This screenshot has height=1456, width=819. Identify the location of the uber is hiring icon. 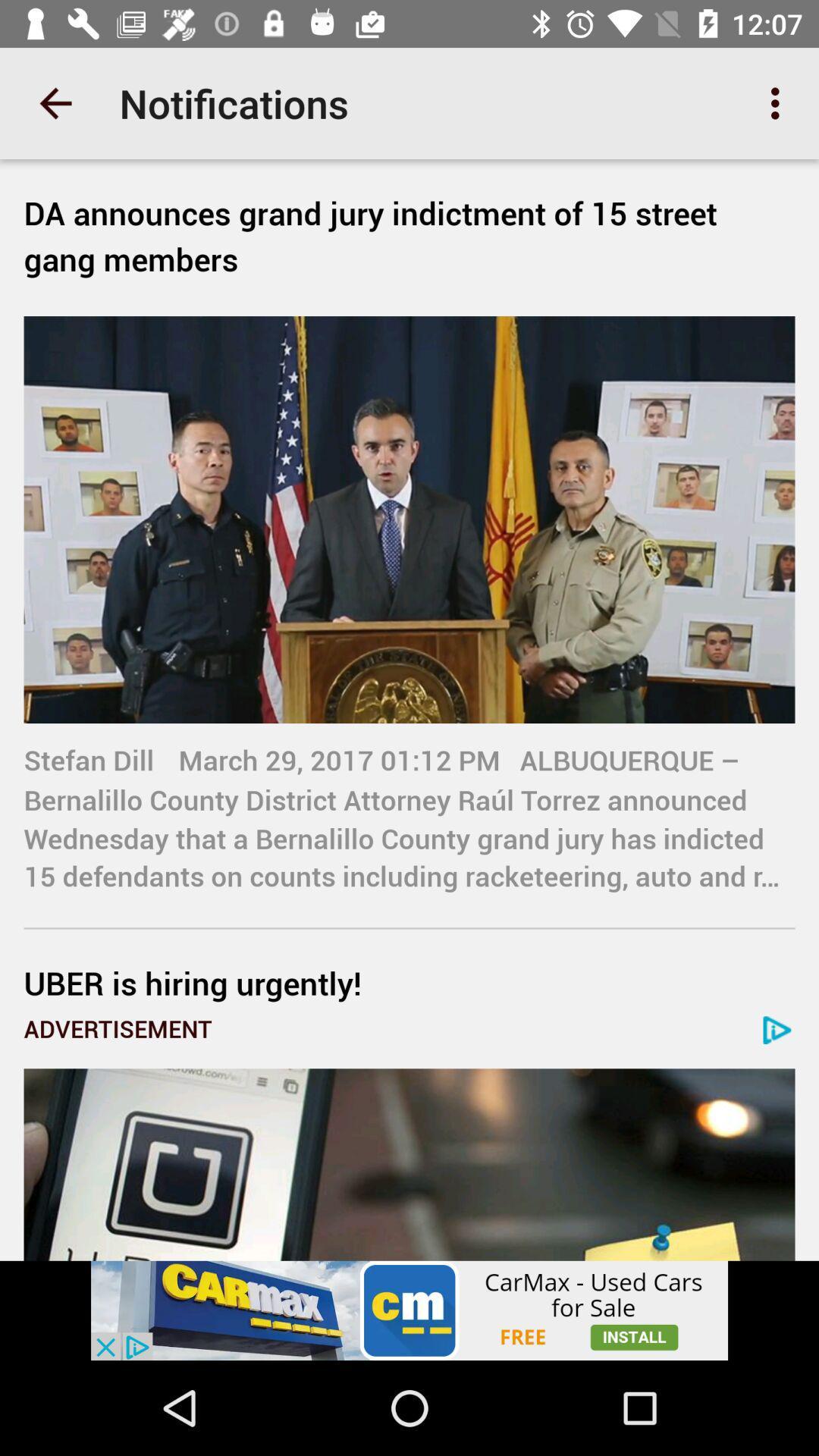
(409, 983).